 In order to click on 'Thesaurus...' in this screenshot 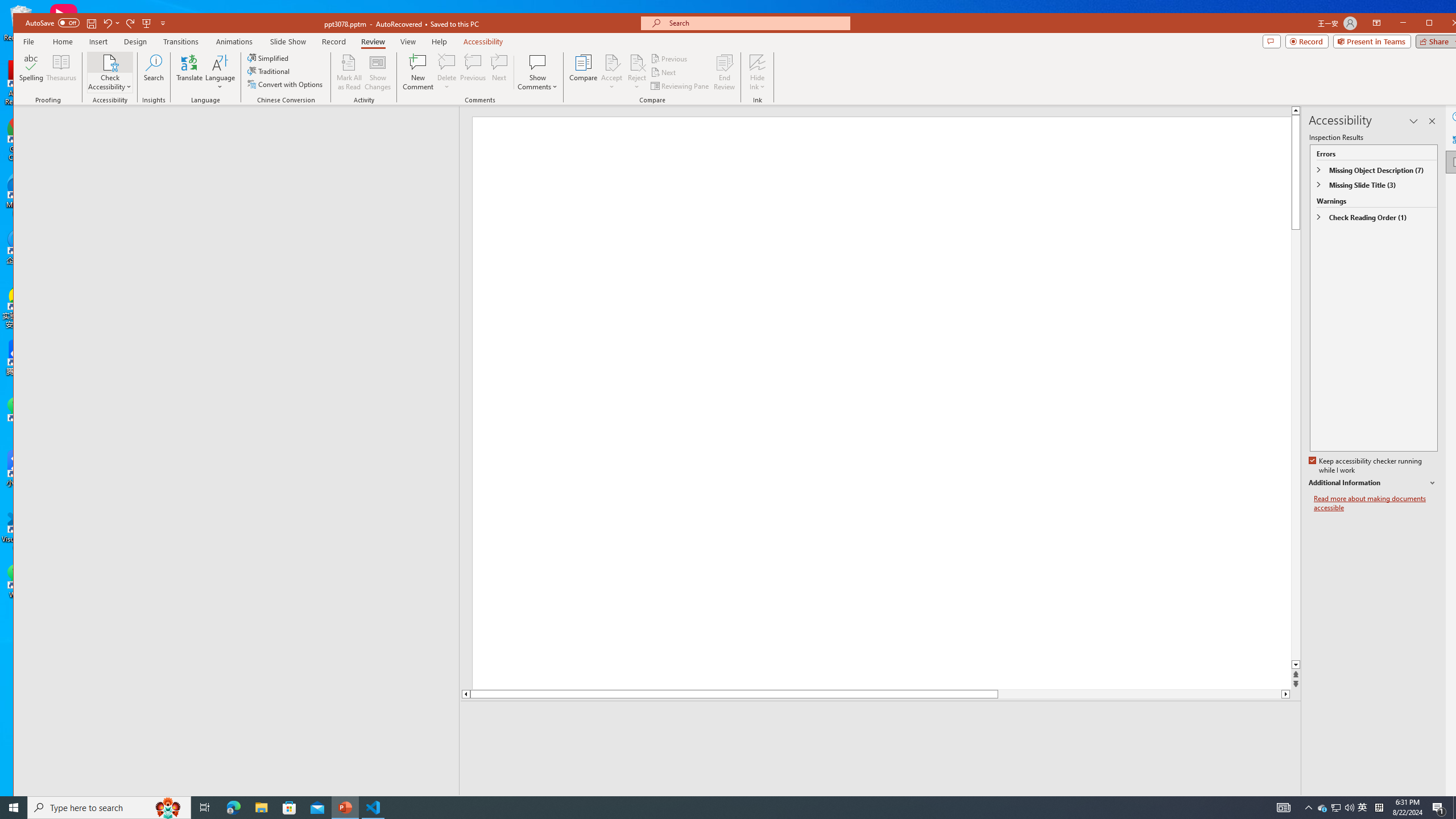, I will do `click(61, 72)`.